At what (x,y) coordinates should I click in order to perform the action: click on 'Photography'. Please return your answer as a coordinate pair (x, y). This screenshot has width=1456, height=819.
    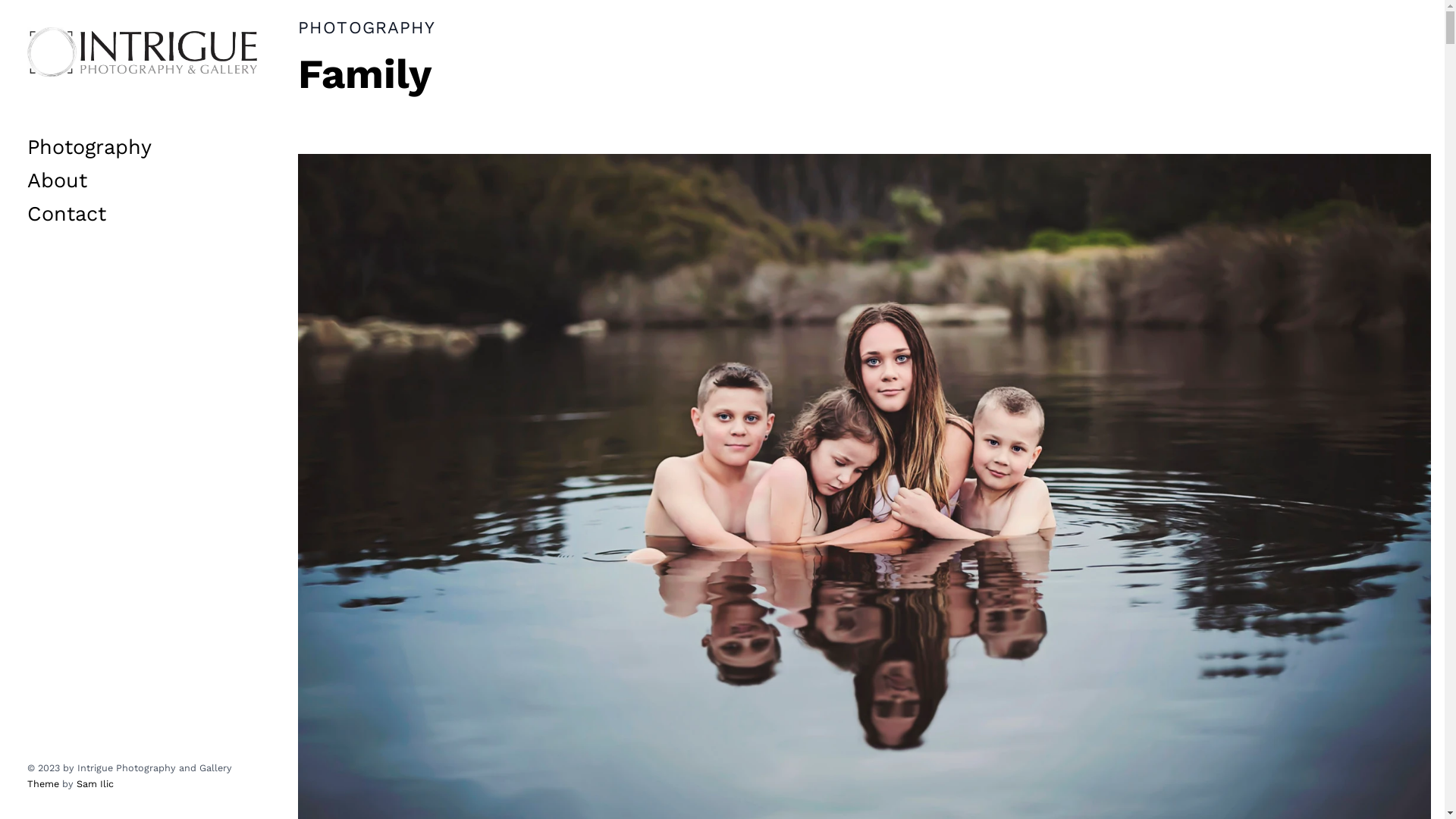
    Looking at the image, I should click on (27, 146).